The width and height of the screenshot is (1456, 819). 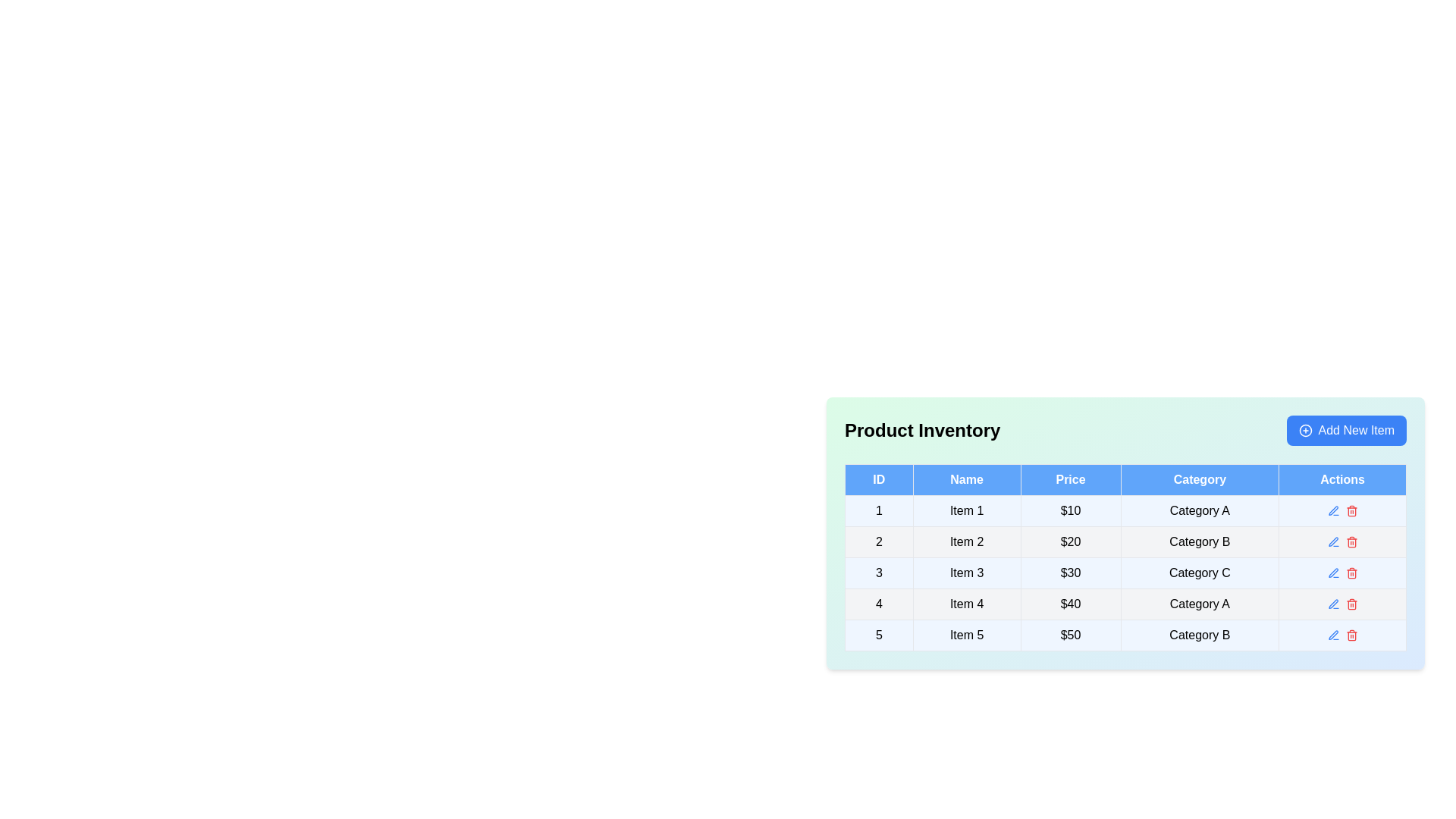 What do you see at coordinates (966, 573) in the screenshot?
I see `the Text label in the second column of the third row in the table, which displays the product name and is located between '3' and '$30'` at bounding box center [966, 573].